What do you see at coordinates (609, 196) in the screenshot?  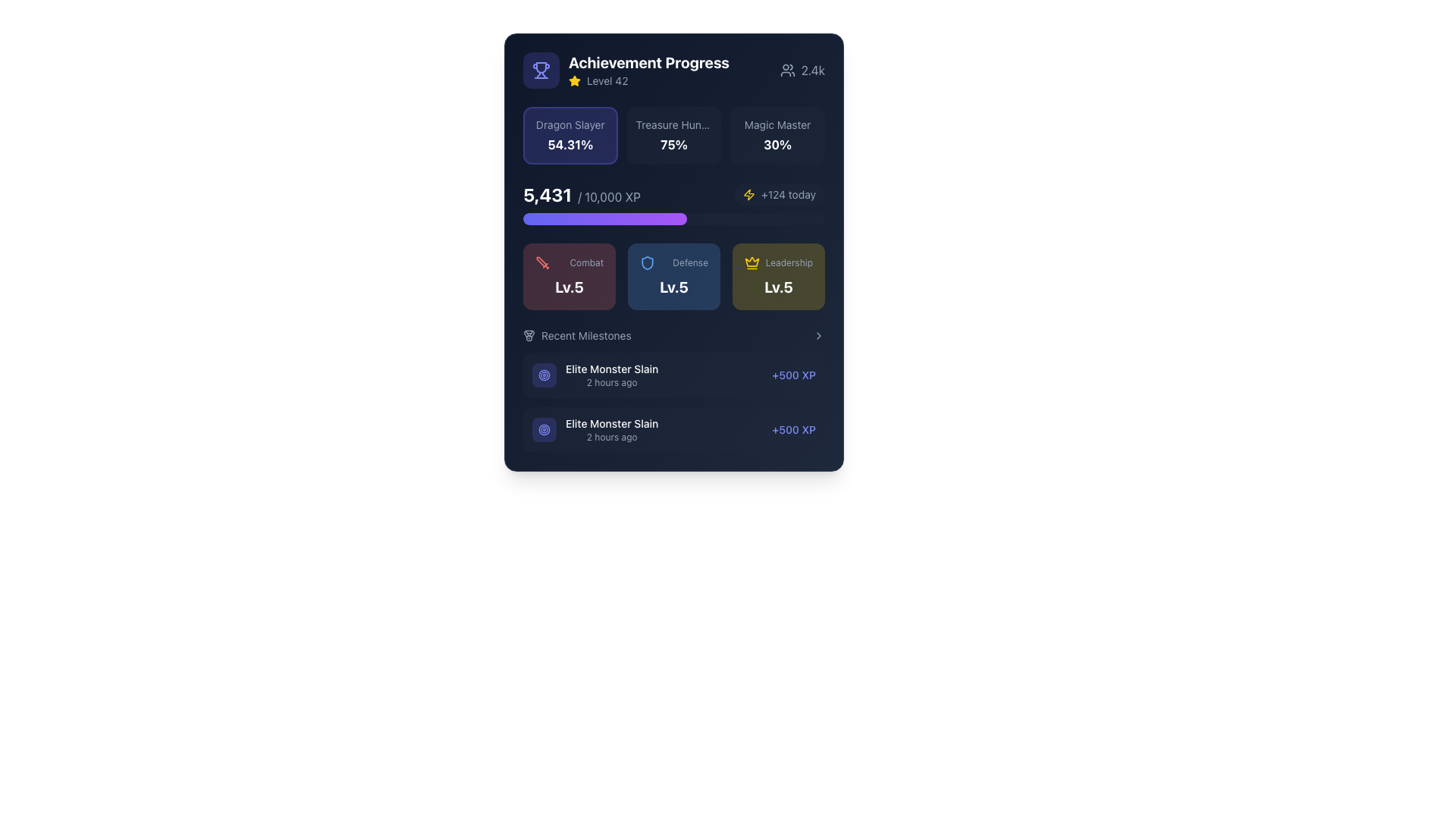 I see `the static text display showing '10,000 XP', which is located to the right of the bolded number '5,431' in the progress system interface` at bounding box center [609, 196].